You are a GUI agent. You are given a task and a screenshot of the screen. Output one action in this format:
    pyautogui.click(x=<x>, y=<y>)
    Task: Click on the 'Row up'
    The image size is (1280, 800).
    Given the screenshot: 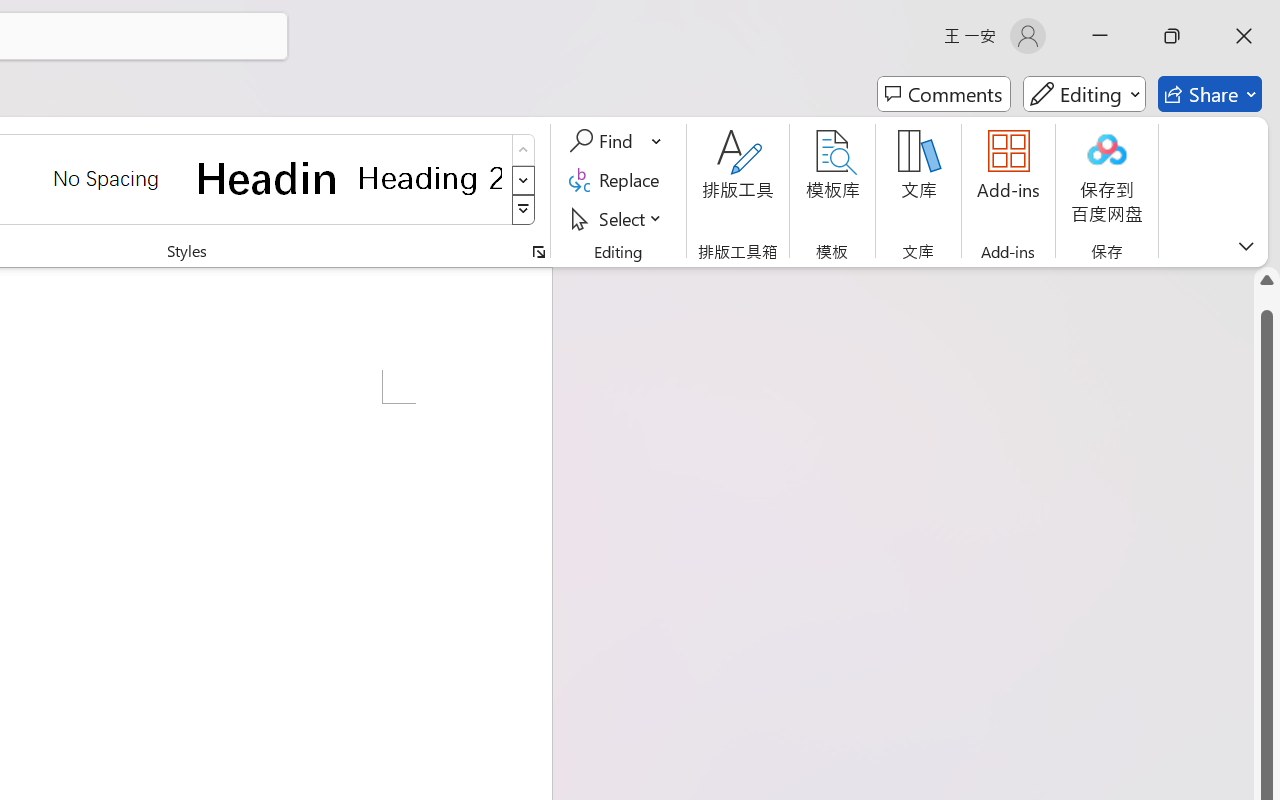 What is the action you would take?
    pyautogui.click(x=523, y=150)
    